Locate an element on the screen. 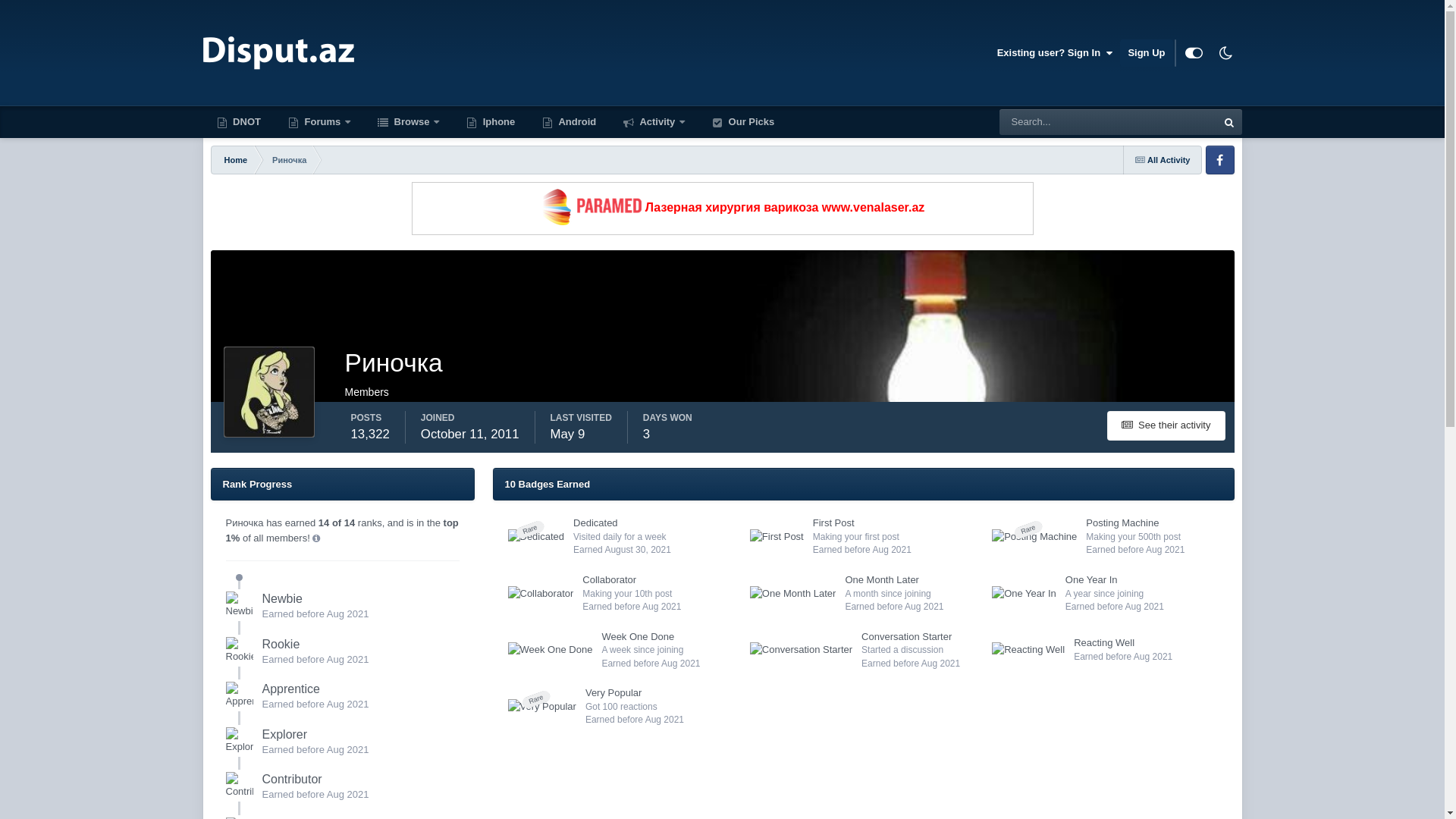  'Rank: Explorer (4/14)' is located at coordinates (239, 739).